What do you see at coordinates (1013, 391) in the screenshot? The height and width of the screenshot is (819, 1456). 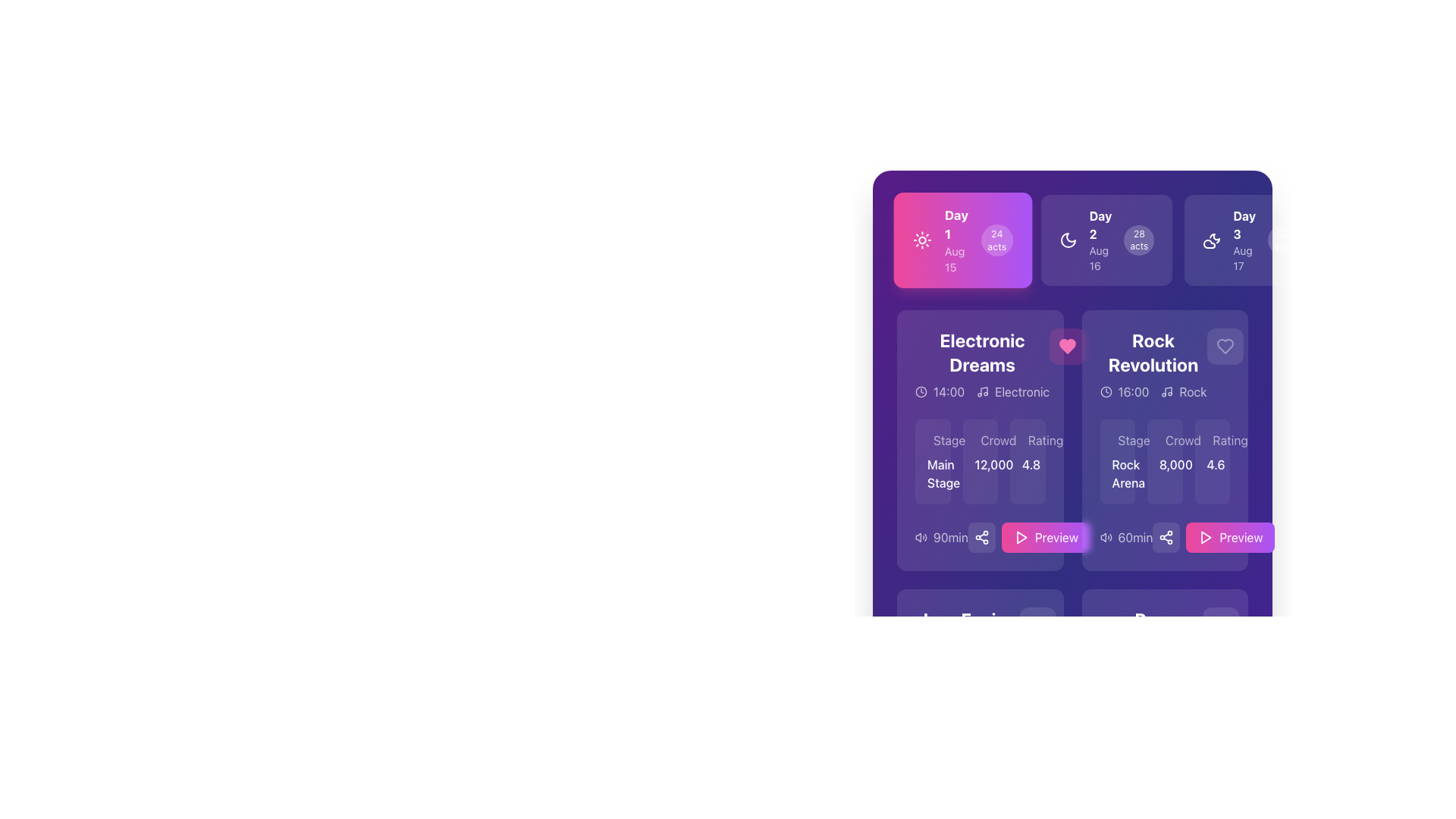 I see `displayed text of the 'Electronic' genre label, which is located next to the musical note icon and to the right of the time label '14:00' in the 'Electronic Dreams' section` at bounding box center [1013, 391].